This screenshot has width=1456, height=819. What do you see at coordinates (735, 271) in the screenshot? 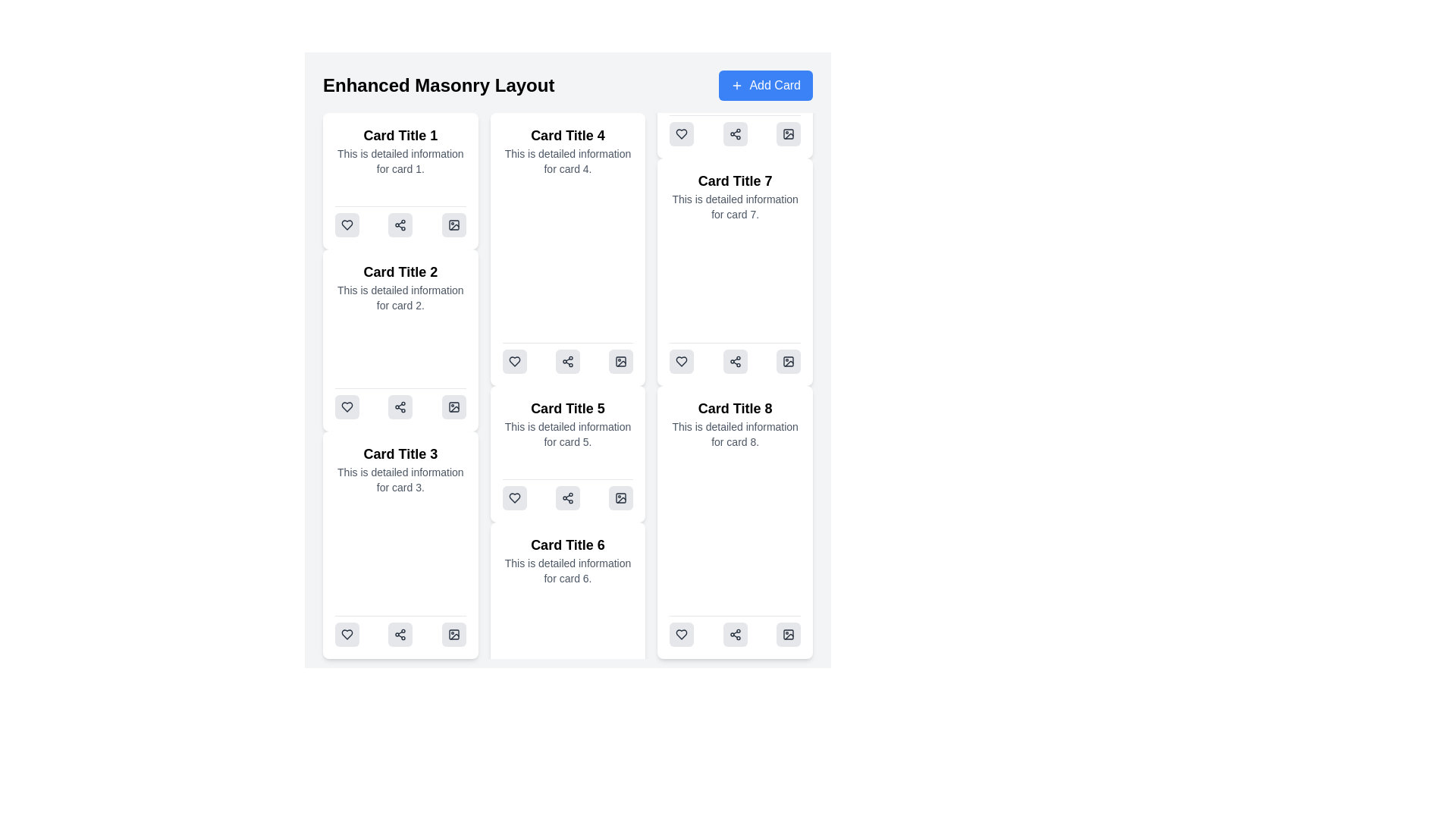
I see `the card located in the right-most column, second row of the Enhanced Masonry Layout` at bounding box center [735, 271].